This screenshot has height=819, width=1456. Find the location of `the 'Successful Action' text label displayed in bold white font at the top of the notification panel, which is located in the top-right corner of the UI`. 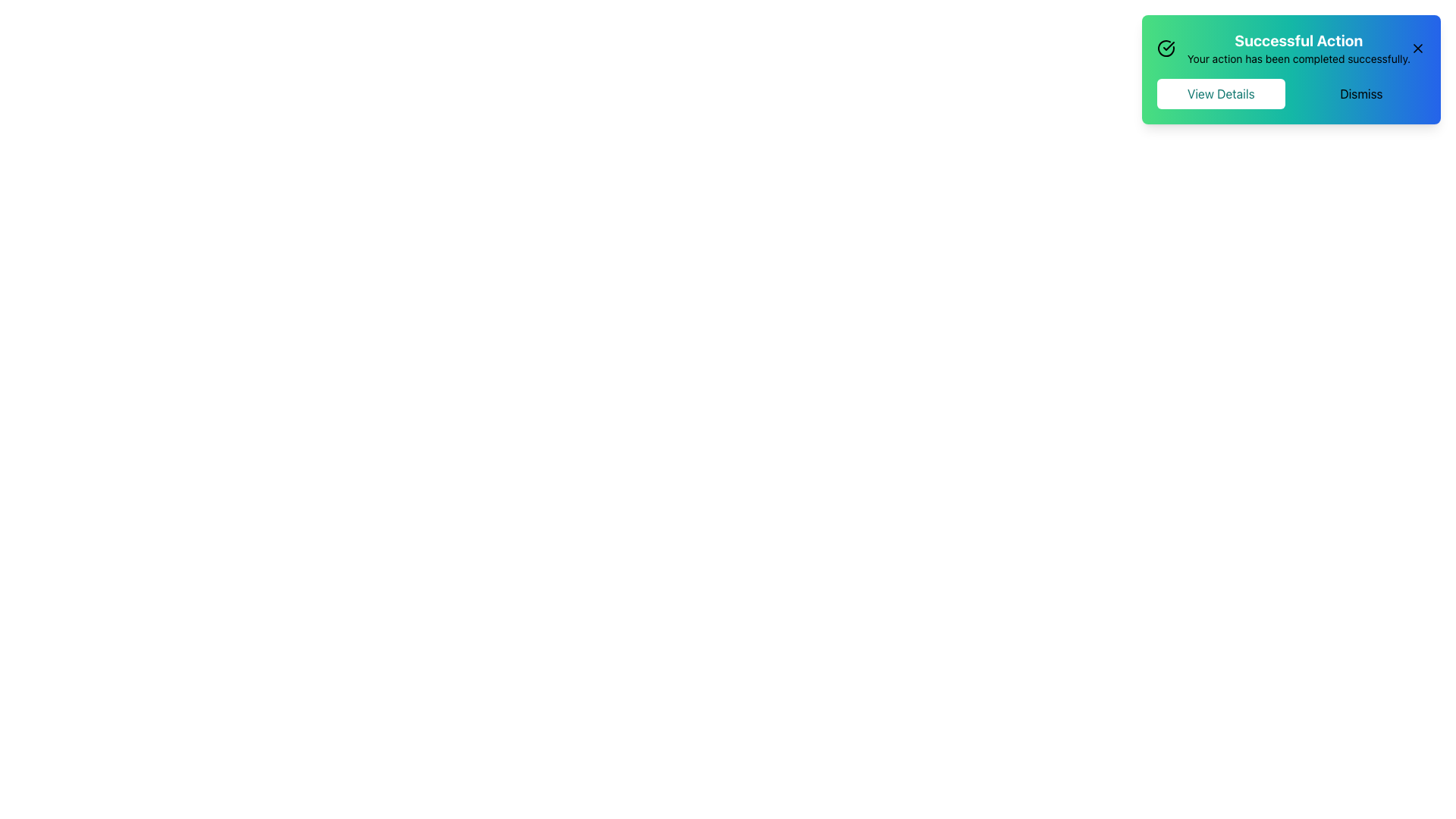

the 'Successful Action' text label displayed in bold white font at the top of the notification panel, which is located in the top-right corner of the UI is located at coordinates (1298, 40).